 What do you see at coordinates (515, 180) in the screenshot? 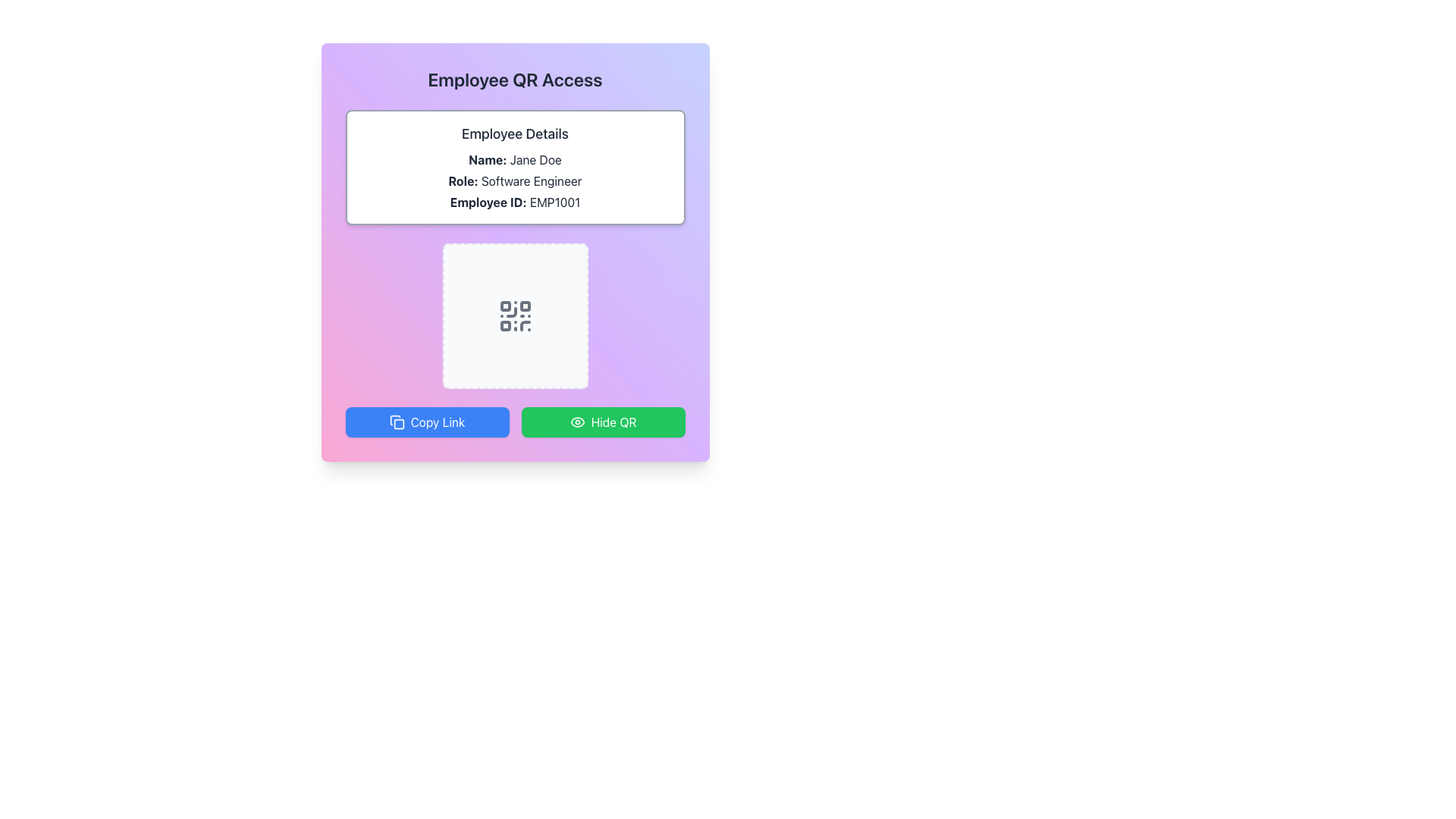
I see `static text details about the employee, which includes their name, role, and employee ID, located in the text block inside the 'Employee Details' rectangle` at bounding box center [515, 180].